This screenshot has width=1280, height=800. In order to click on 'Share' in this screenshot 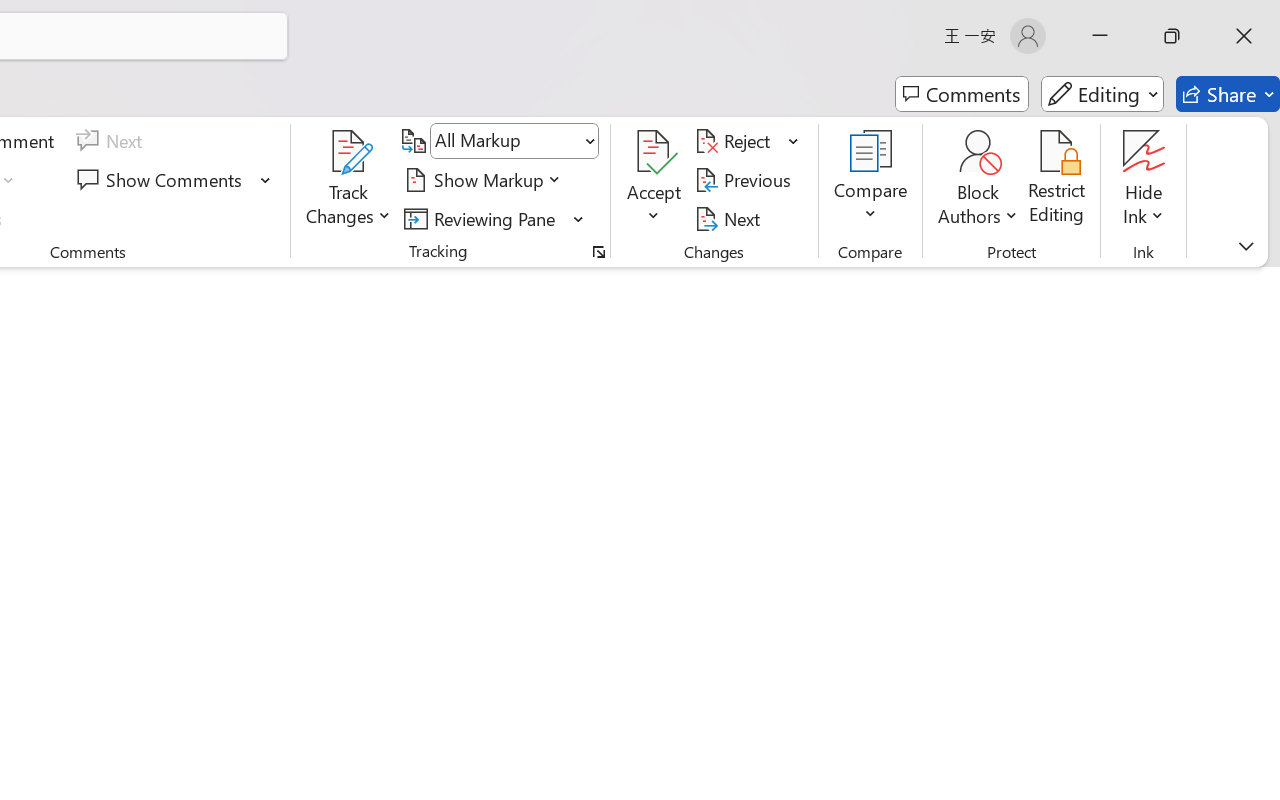, I will do `click(1227, 94)`.